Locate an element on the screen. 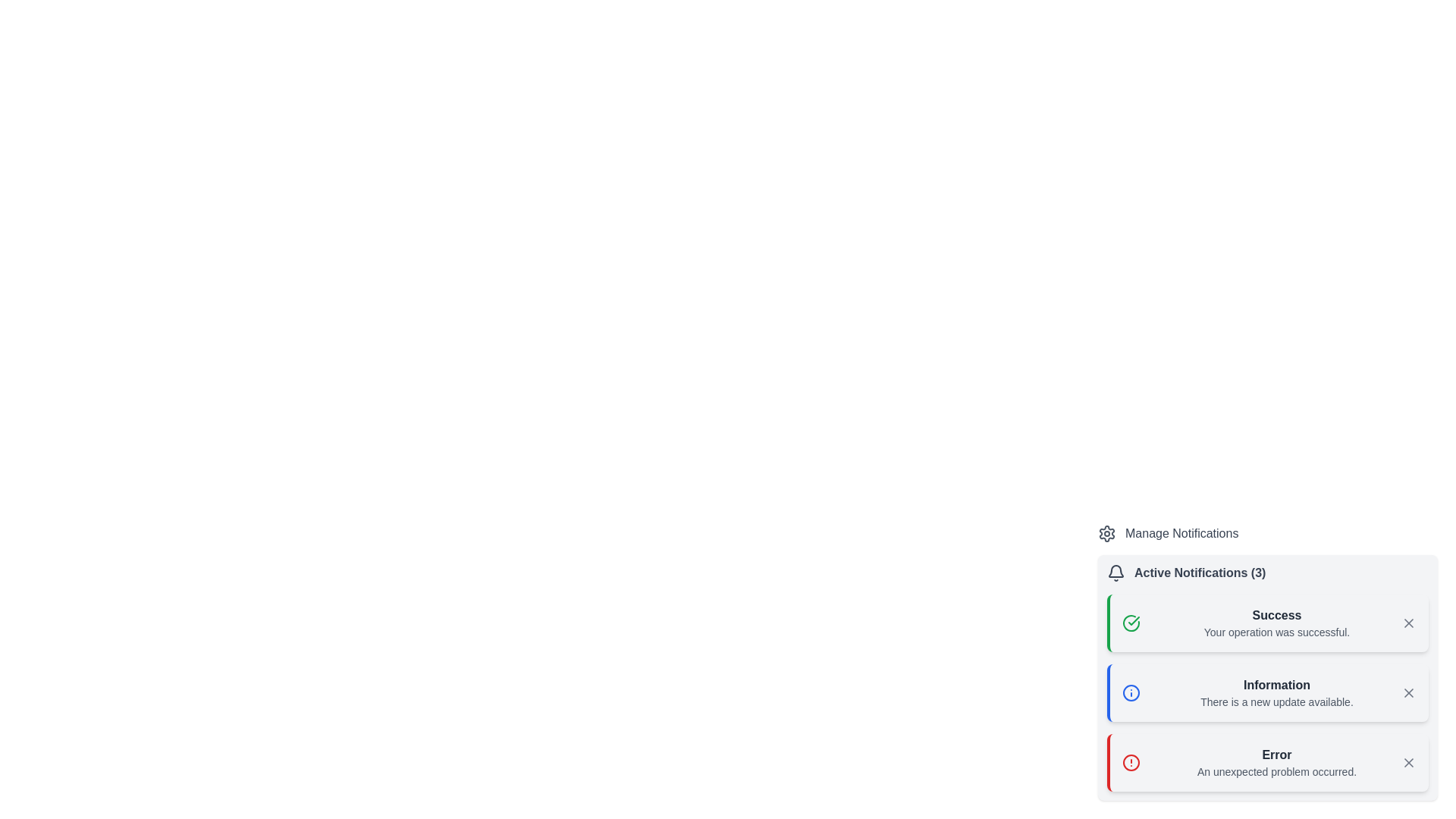  the text label that serves as the title for the notification entry within the 'Information' notification card is located at coordinates (1276, 685).